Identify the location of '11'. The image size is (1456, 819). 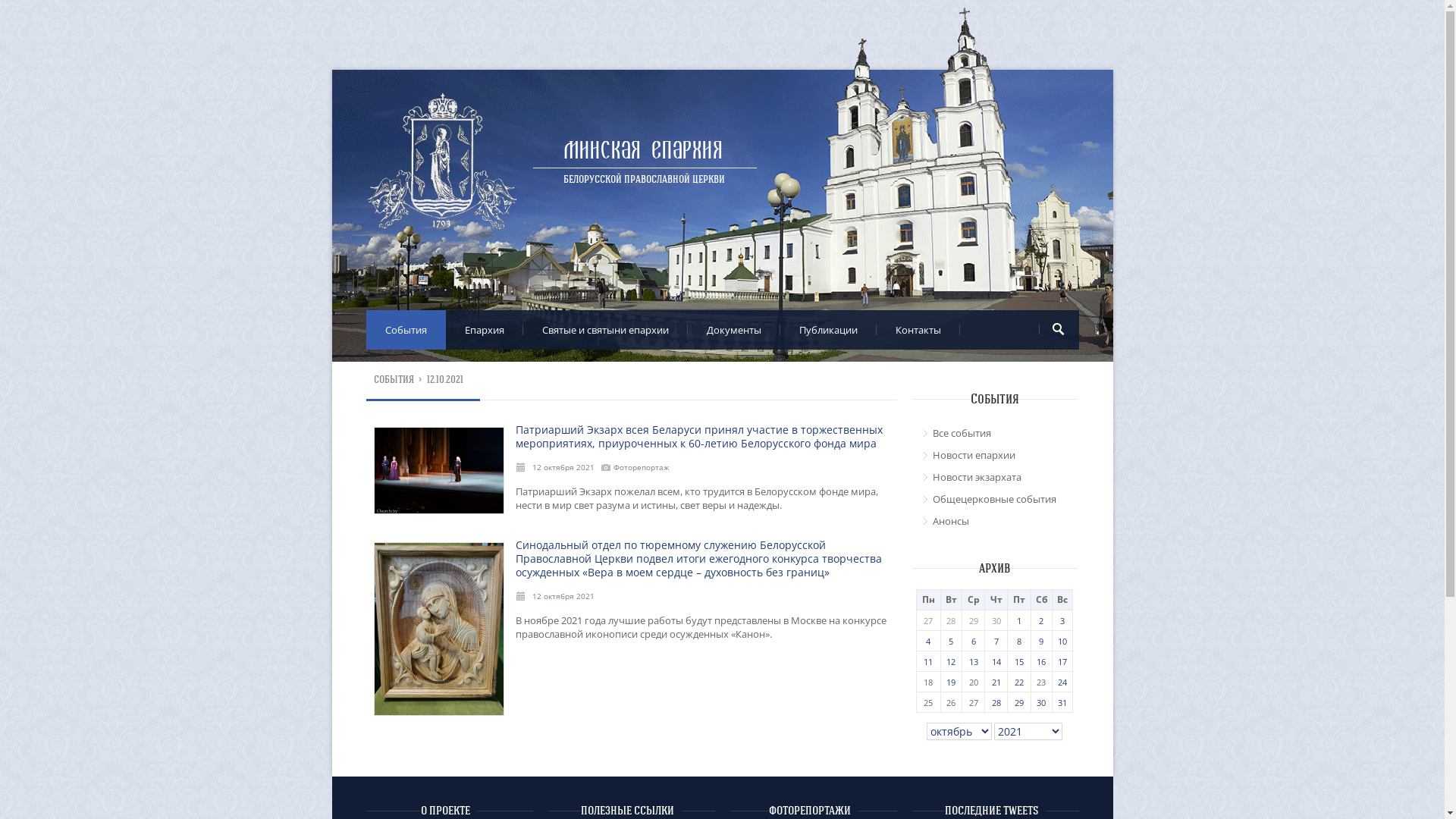
(927, 660).